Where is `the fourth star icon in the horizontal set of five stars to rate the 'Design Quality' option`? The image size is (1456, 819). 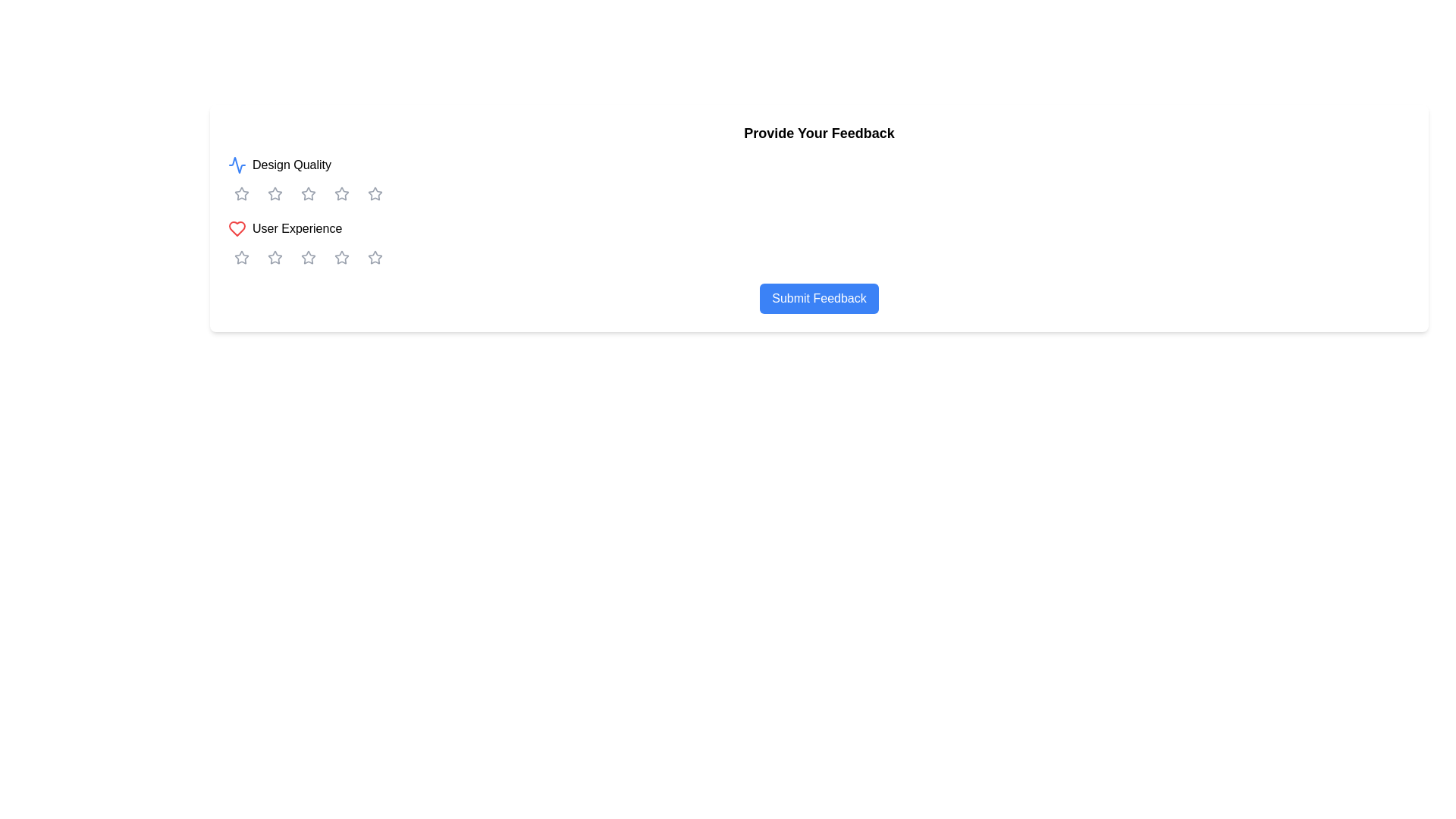
the fourth star icon in the horizontal set of five stars to rate the 'Design Quality' option is located at coordinates (341, 193).